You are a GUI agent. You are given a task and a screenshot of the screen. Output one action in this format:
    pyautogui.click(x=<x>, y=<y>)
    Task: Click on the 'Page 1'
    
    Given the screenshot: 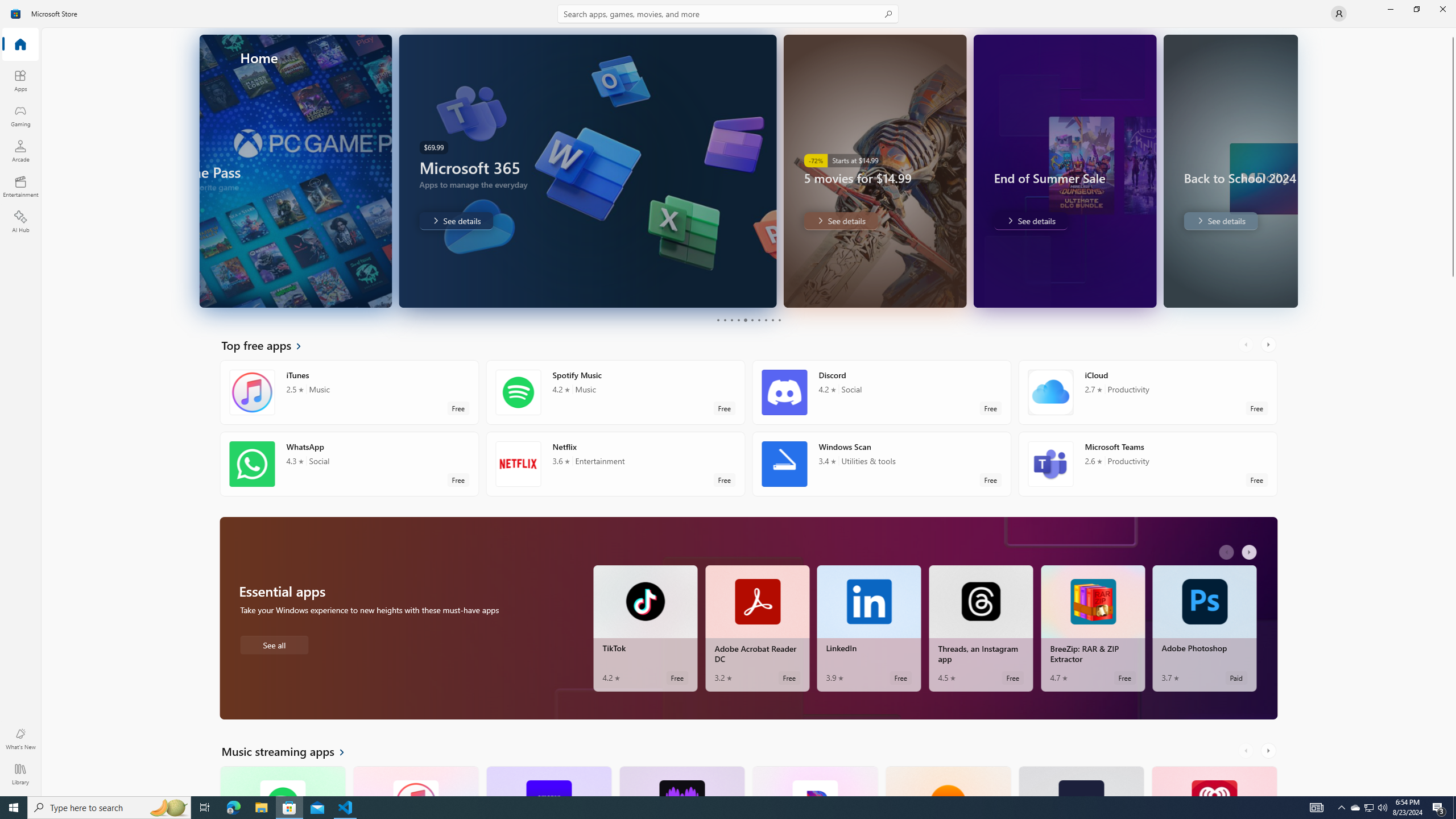 What is the action you would take?
    pyautogui.click(x=717, y=320)
    